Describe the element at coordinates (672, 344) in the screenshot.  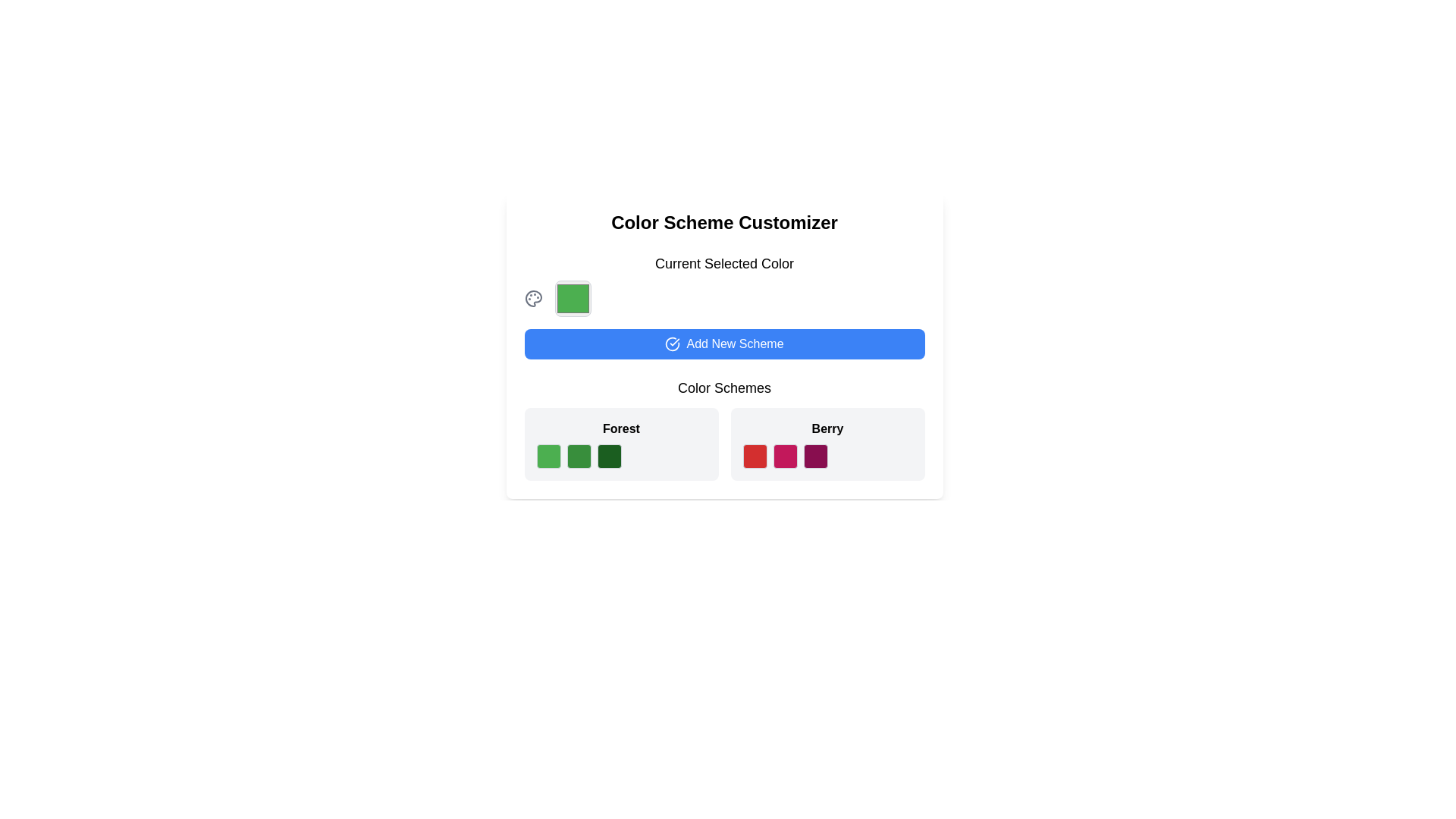
I see `the circular Iconography element styled with no fill and a stroke of the current color, which is part of an SVG icon in the left section of the interface` at that location.